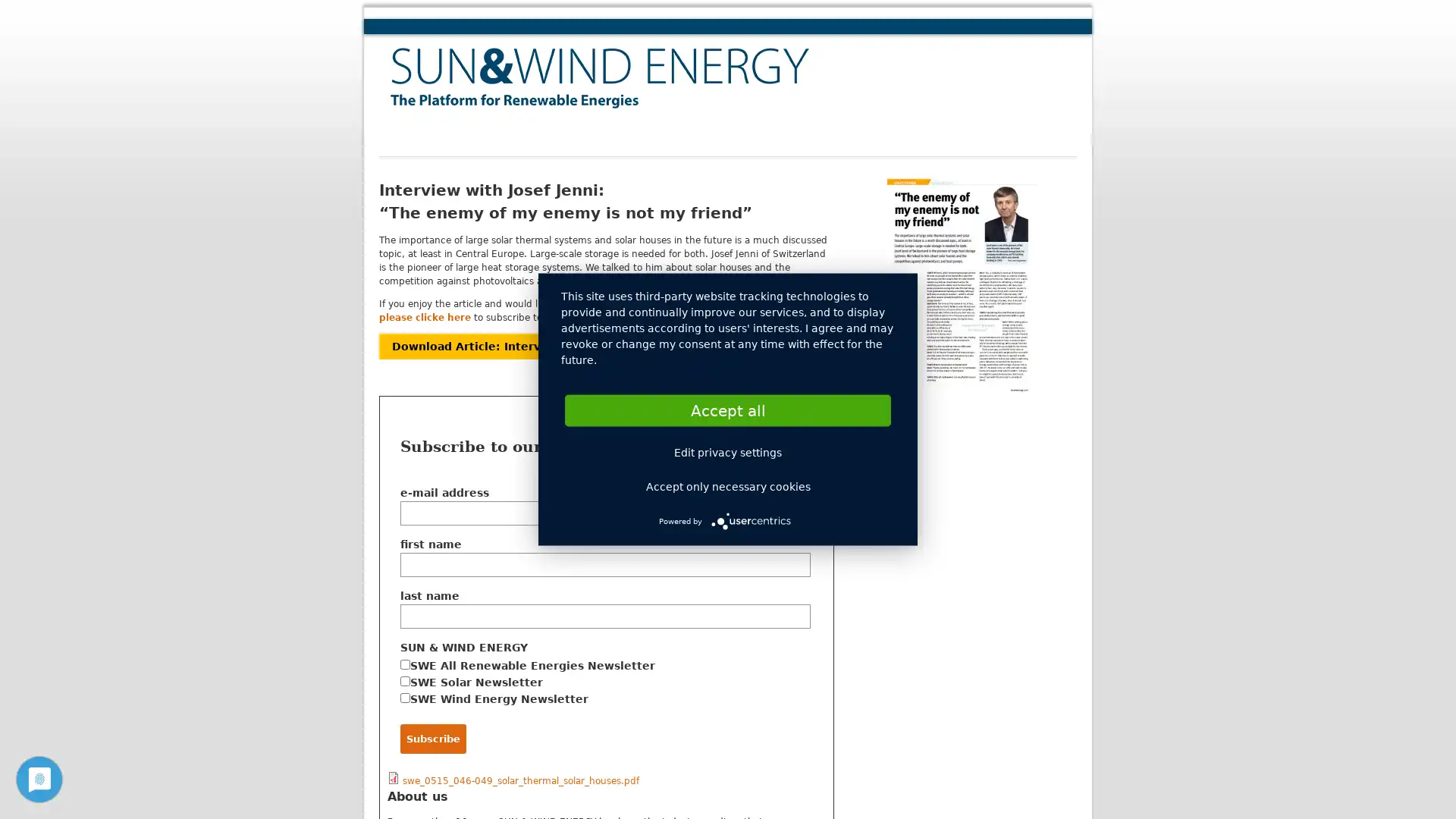 The height and width of the screenshot is (819, 1456). Describe the element at coordinates (432, 737) in the screenshot. I see `Subscribe` at that location.